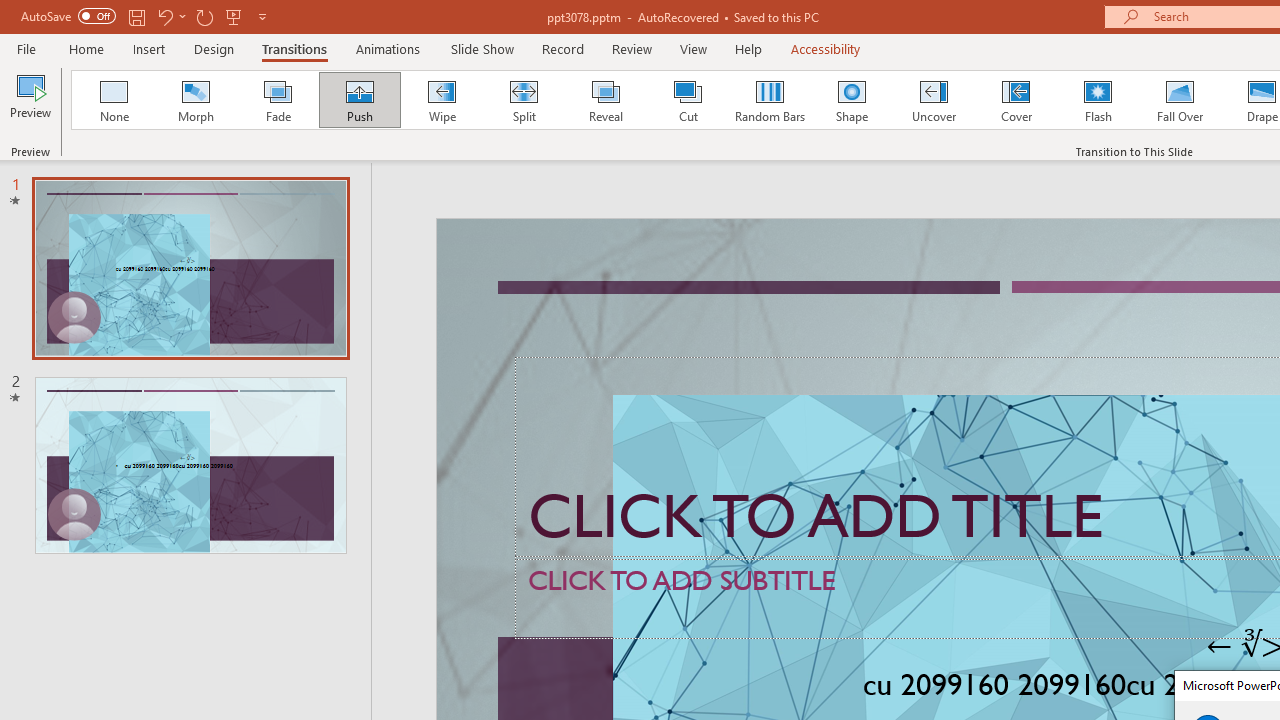 This screenshot has height=720, width=1280. I want to click on 'Uncover', so click(933, 100).